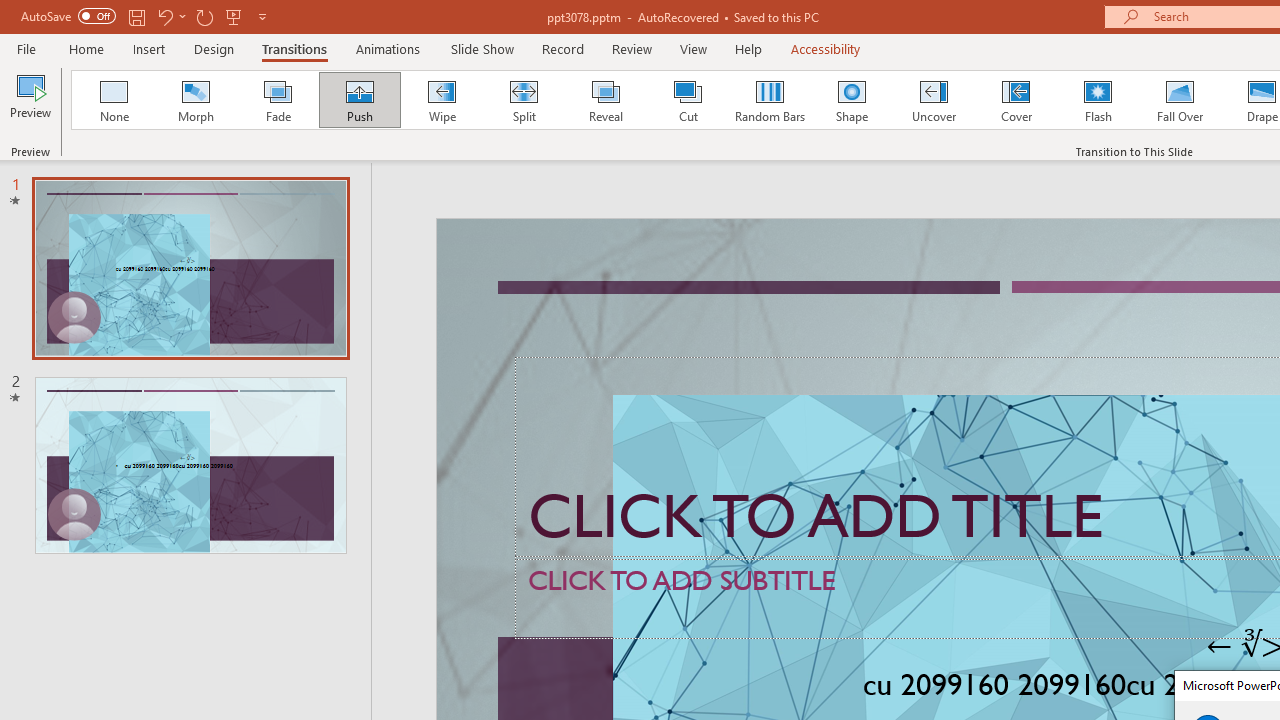 This screenshot has height=720, width=1280. I want to click on 'Uncover', so click(933, 100).